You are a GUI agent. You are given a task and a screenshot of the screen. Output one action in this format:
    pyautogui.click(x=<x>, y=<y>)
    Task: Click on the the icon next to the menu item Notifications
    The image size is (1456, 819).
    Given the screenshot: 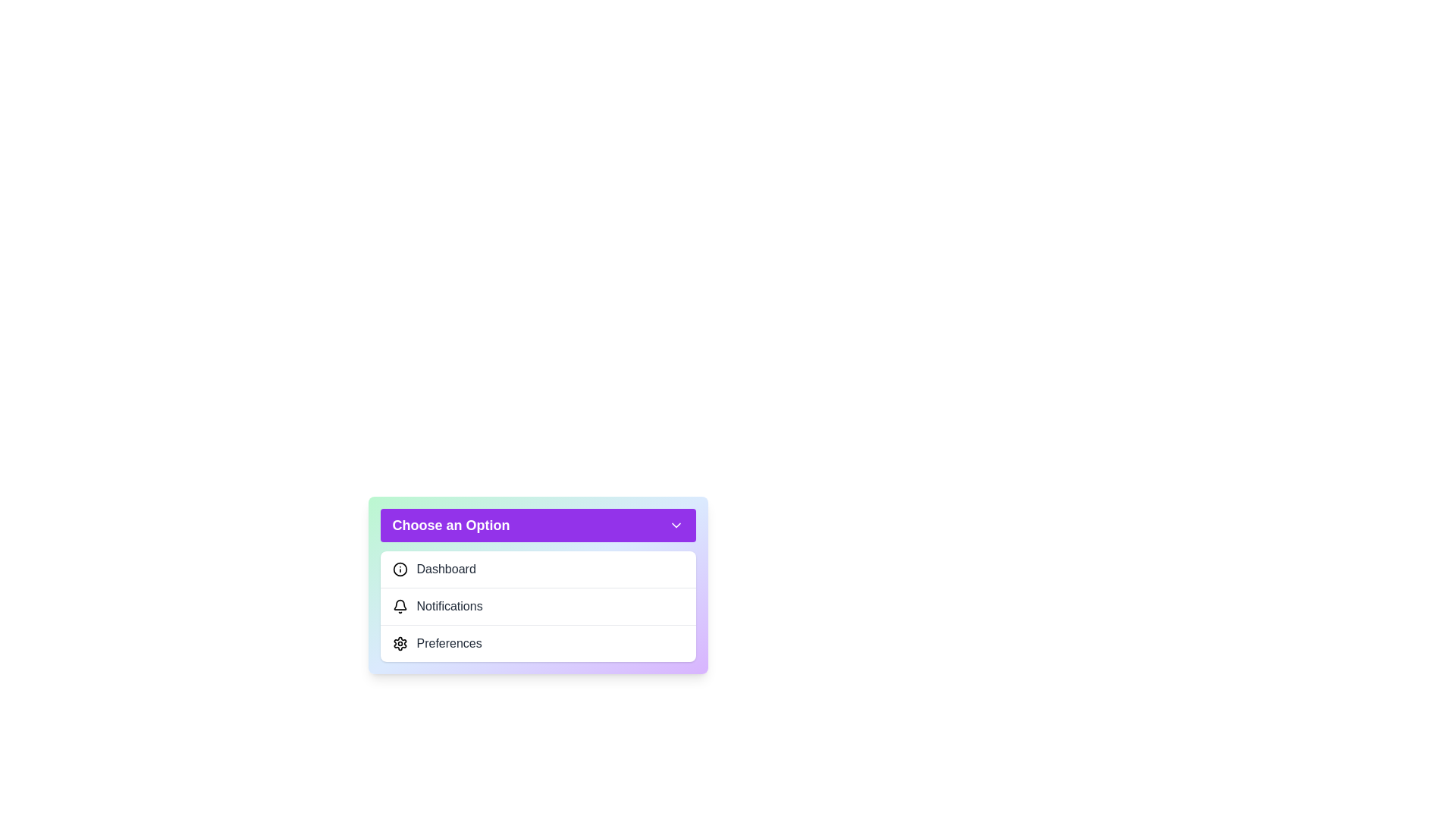 What is the action you would take?
    pyautogui.click(x=400, y=605)
    